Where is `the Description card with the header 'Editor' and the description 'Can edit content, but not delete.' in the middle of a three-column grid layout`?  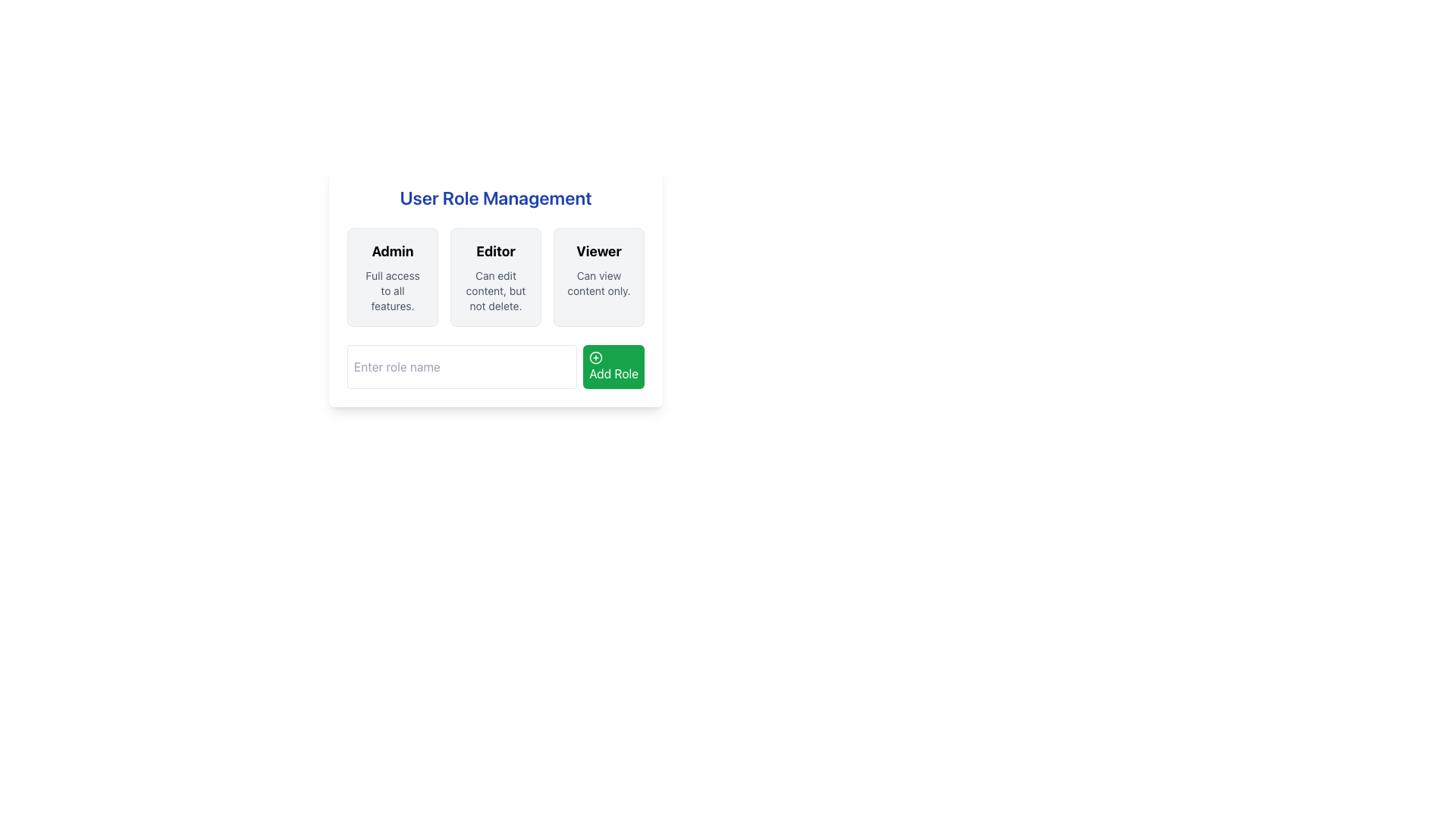 the Description card with the header 'Editor' and the description 'Can edit content, but not delete.' in the middle of a three-column grid layout is located at coordinates (495, 278).